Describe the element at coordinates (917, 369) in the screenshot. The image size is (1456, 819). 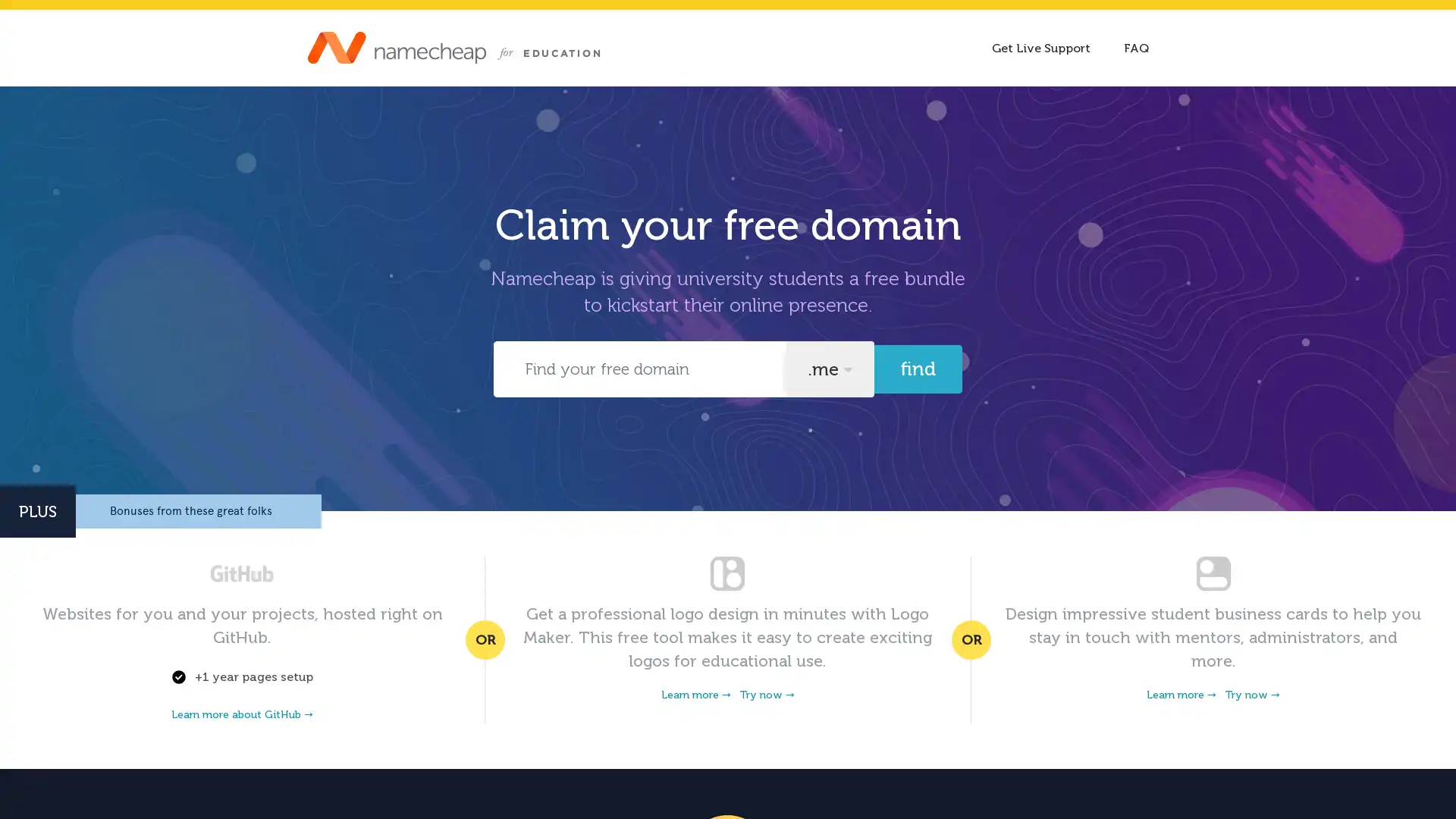
I see `find` at that location.